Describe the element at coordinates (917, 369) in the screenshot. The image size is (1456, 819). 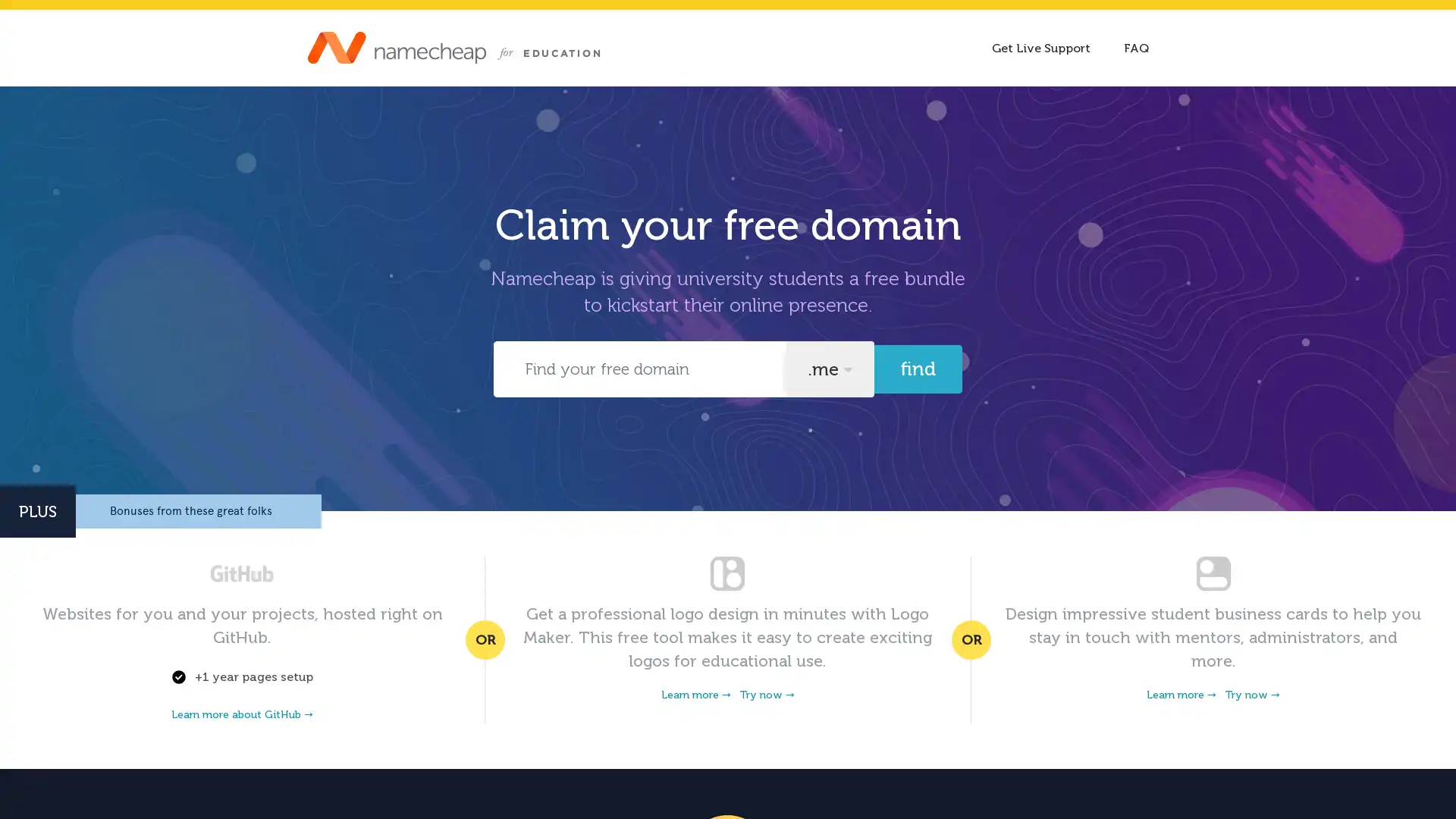
I see `find` at that location.